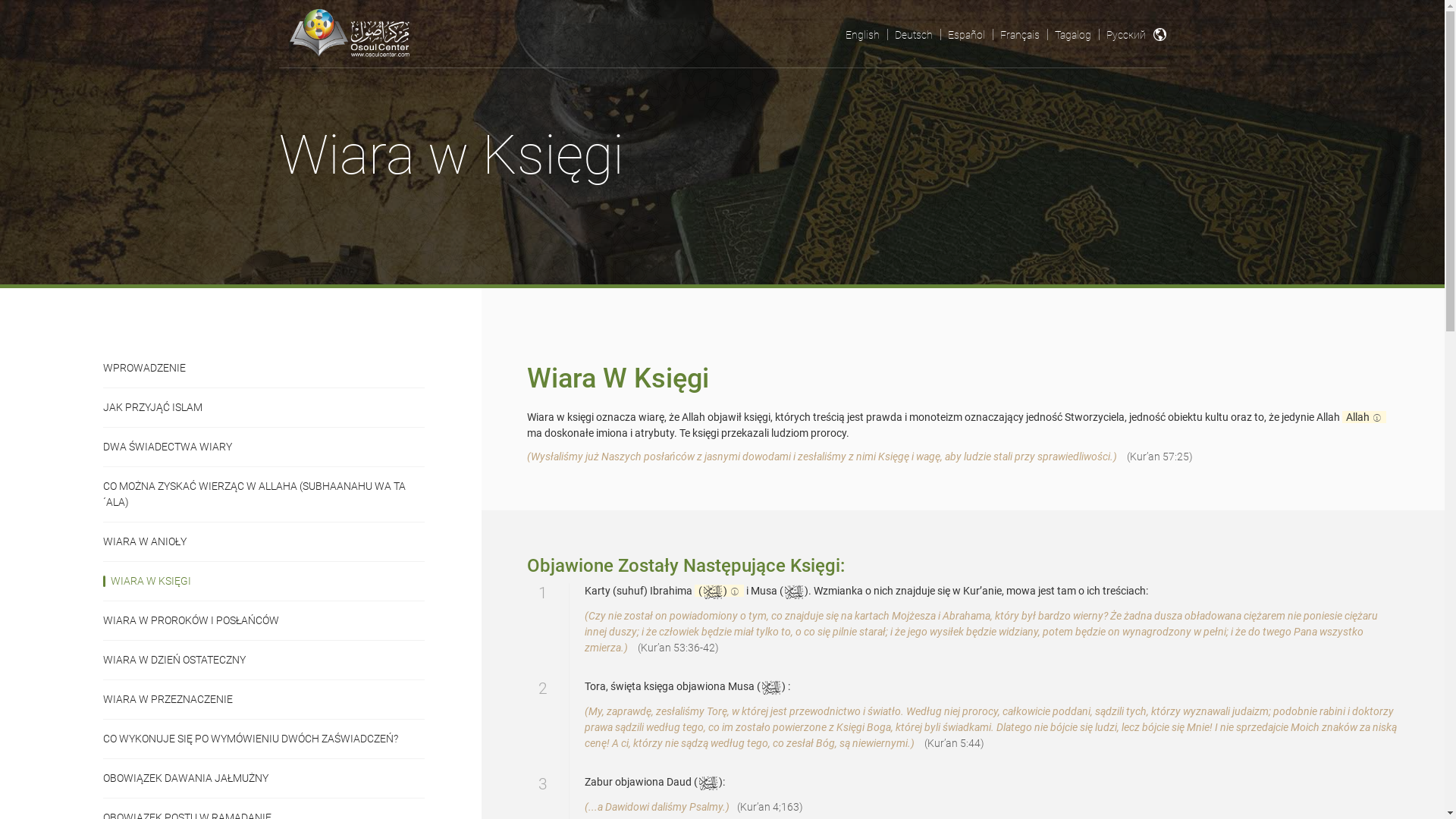 This screenshot has height=819, width=1456. Describe the element at coordinates (861, 34) in the screenshot. I see `'English'` at that location.